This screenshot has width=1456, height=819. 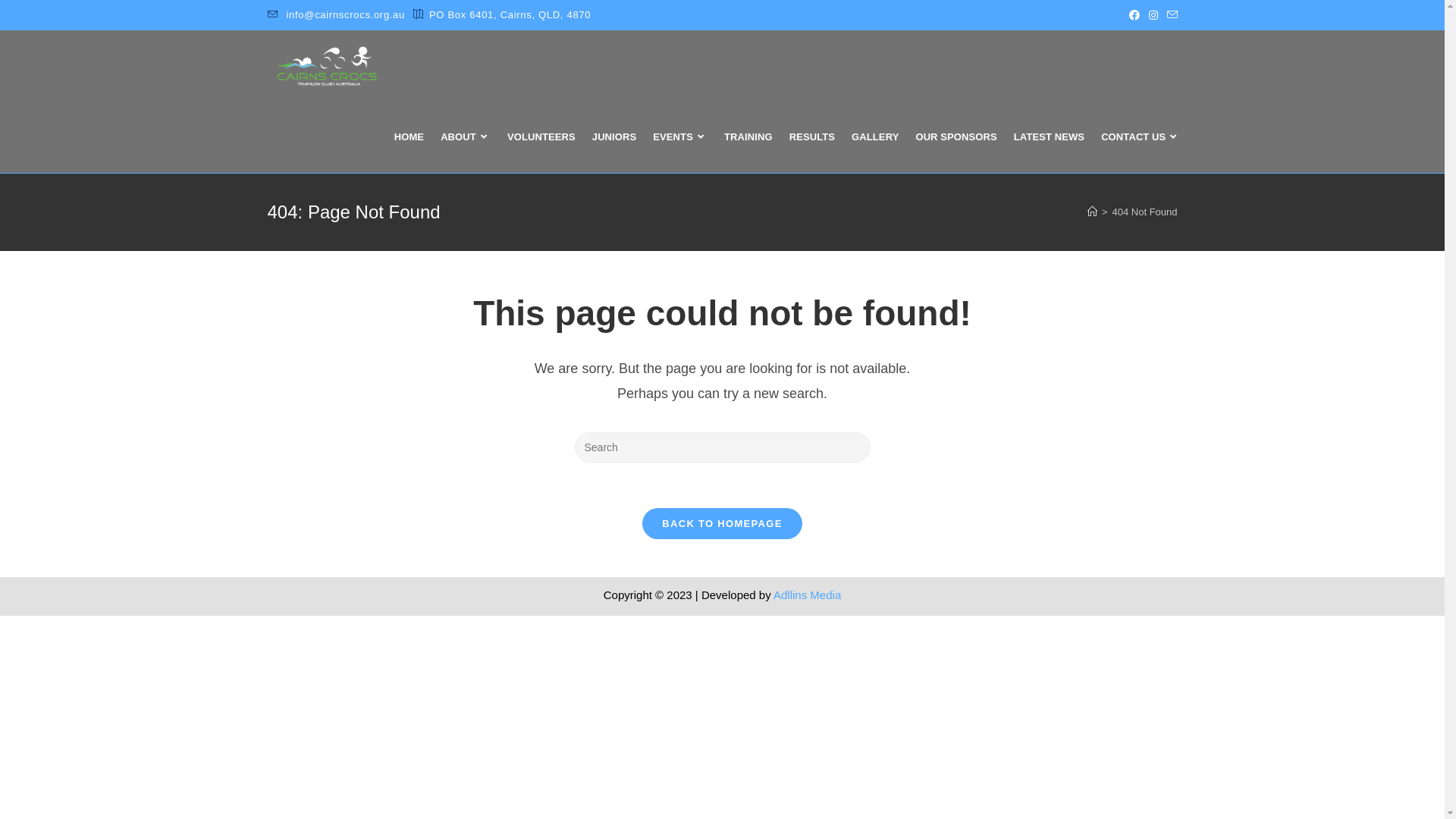 I want to click on 'EVENTS', so click(x=679, y=137).